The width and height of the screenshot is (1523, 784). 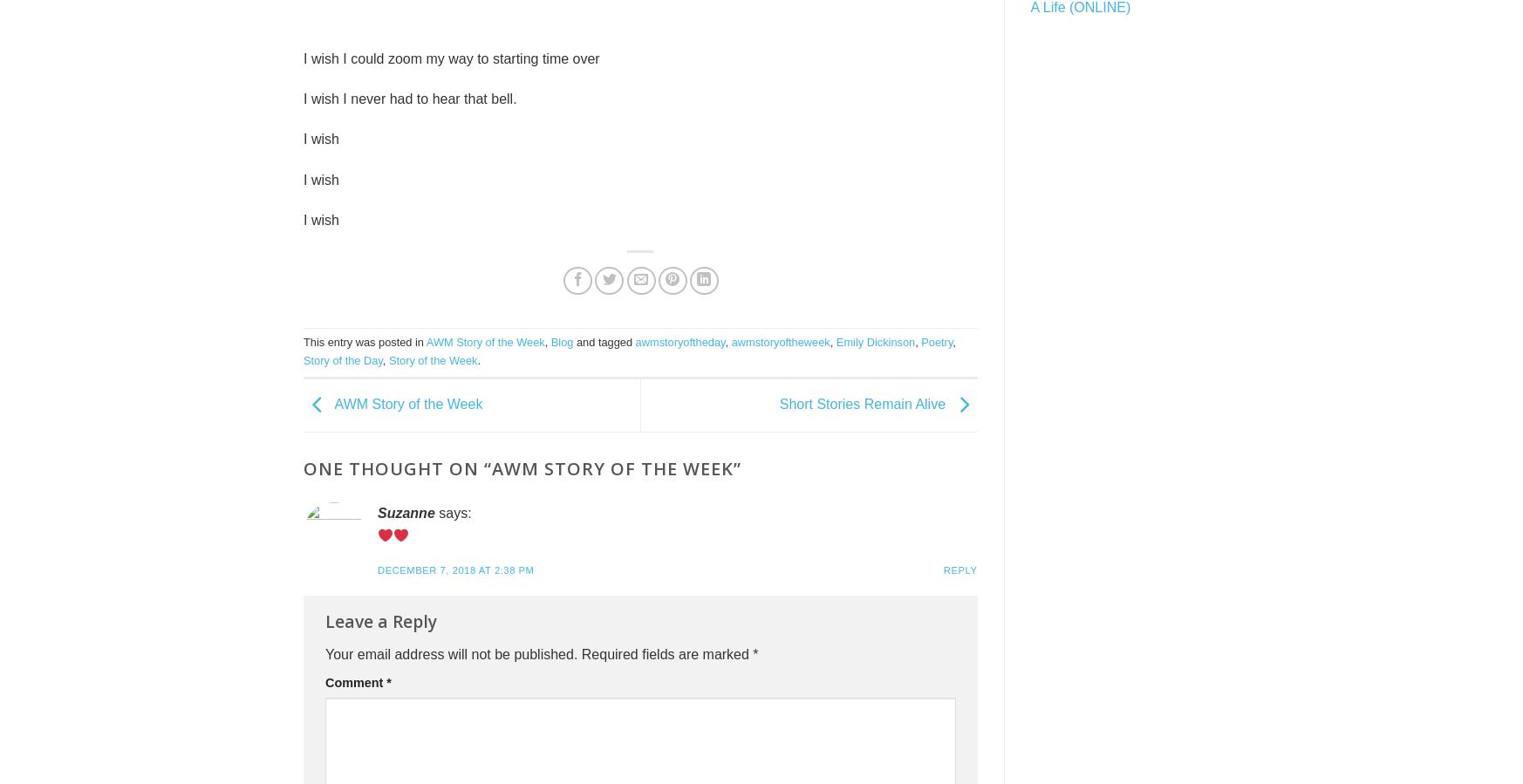 I want to click on 'I wish I could zoom my way to starting time over', so click(x=451, y=57).